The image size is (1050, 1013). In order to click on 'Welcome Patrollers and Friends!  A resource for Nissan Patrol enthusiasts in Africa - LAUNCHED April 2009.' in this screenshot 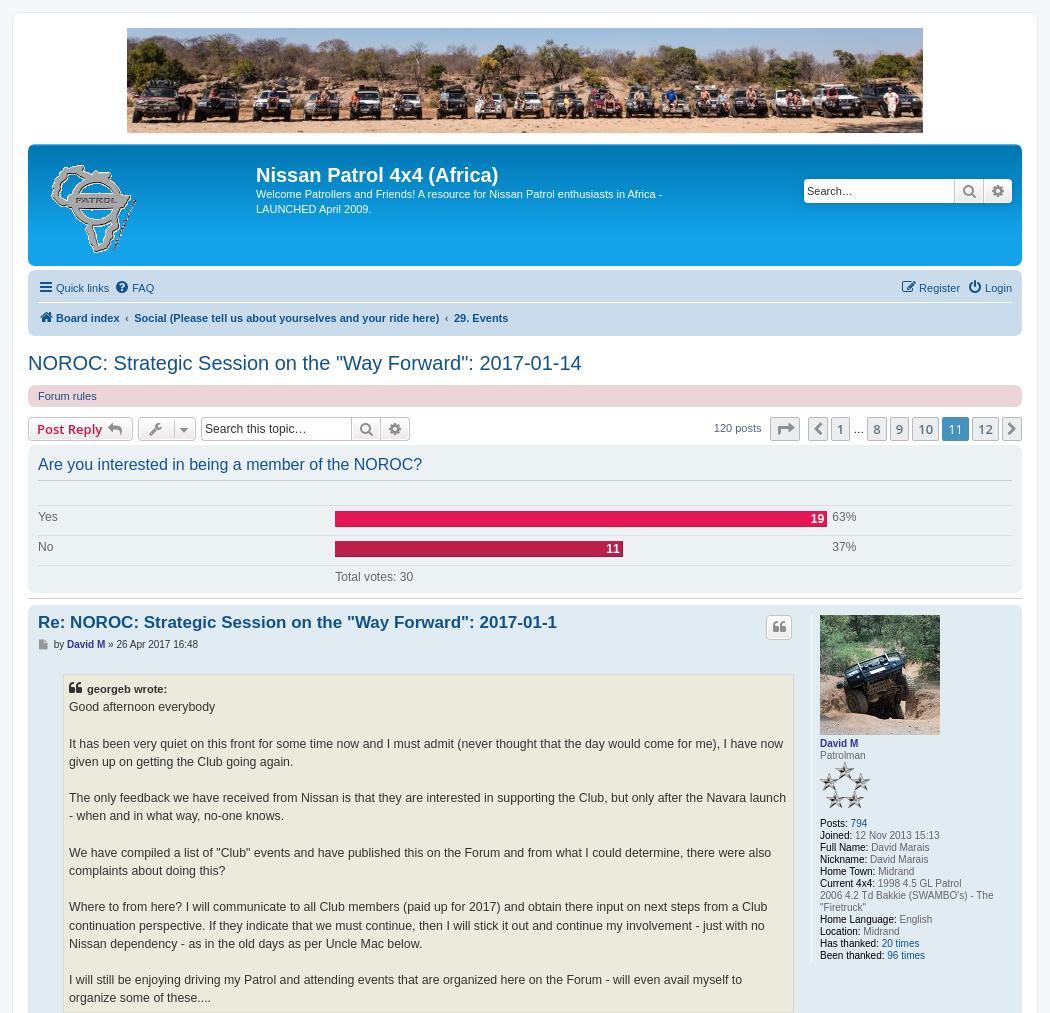, I will do `click(458, 200)`.